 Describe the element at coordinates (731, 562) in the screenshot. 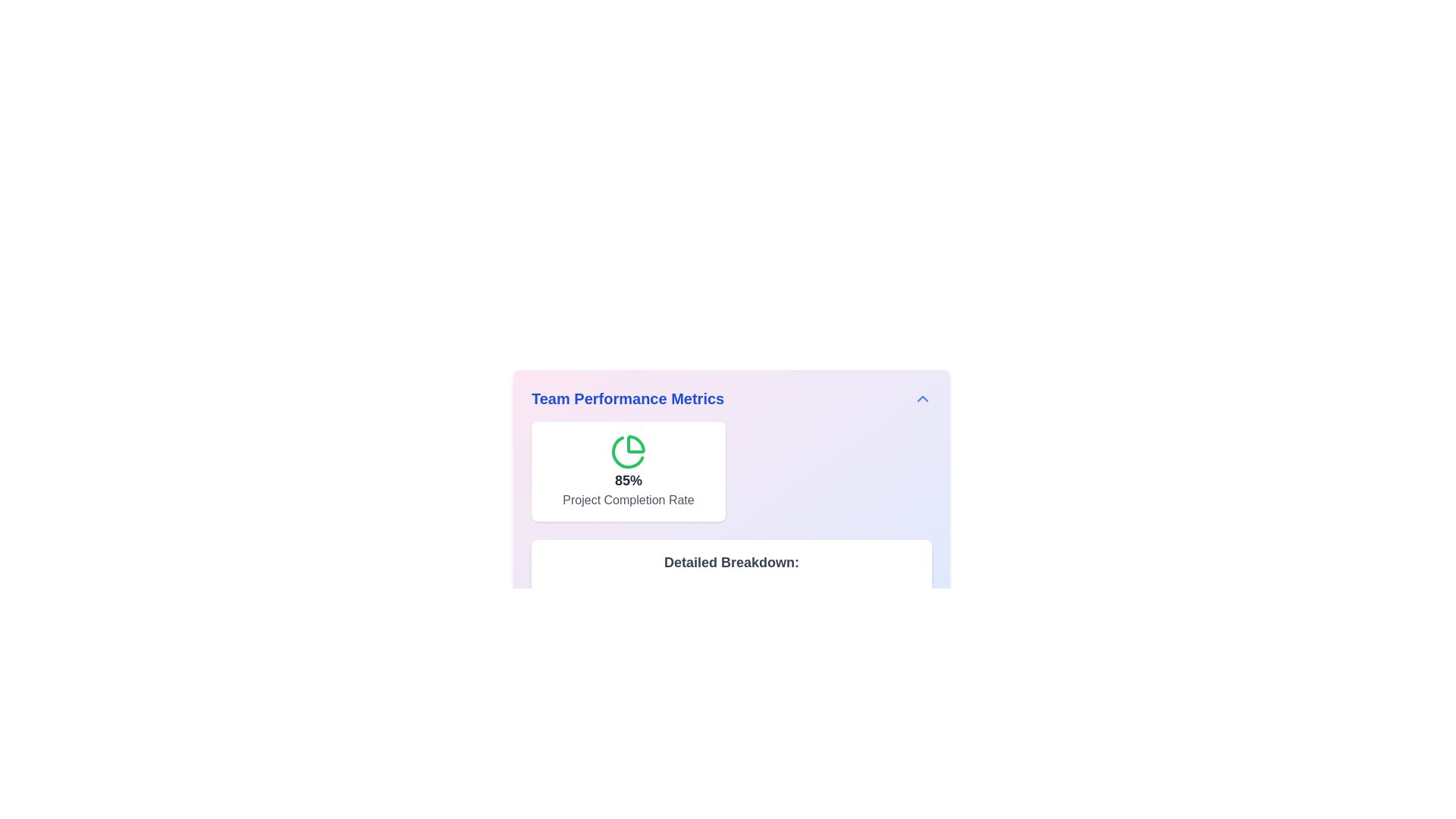

I see `the text label 'Detailed Breakdown:' which is styled in bold and larger font, presented in dark gray color, serving as a heading for surrounding content` at that location.